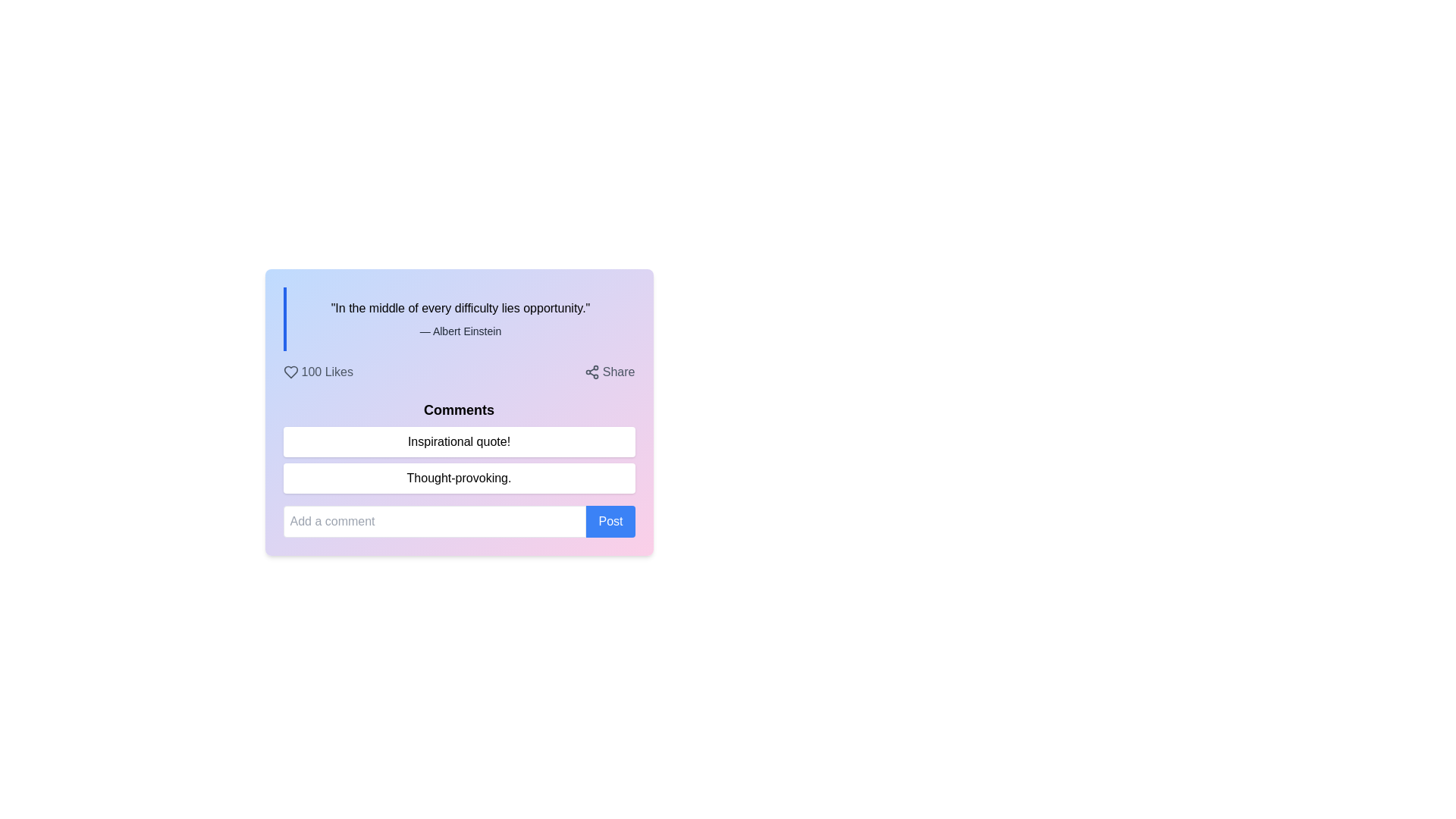  What do you see at coordinates (458, 441) in the screenshot?
I see `the static text display box that shows comments related to the post, positioned below the 'Comments' heading` at bounding box center [458, 441].